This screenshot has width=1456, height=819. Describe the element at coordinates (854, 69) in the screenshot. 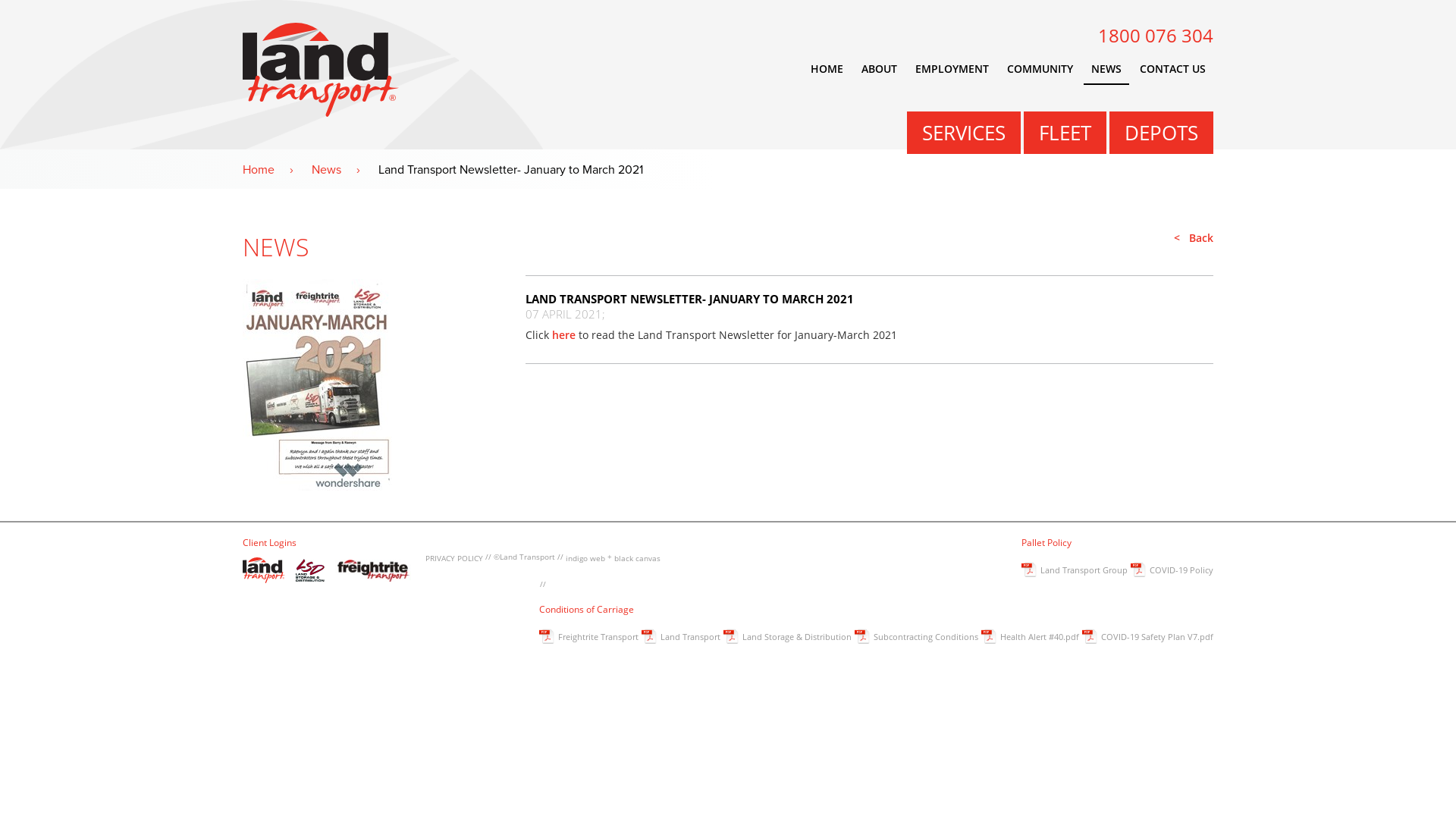

I see `'ABOUT'` at that location.